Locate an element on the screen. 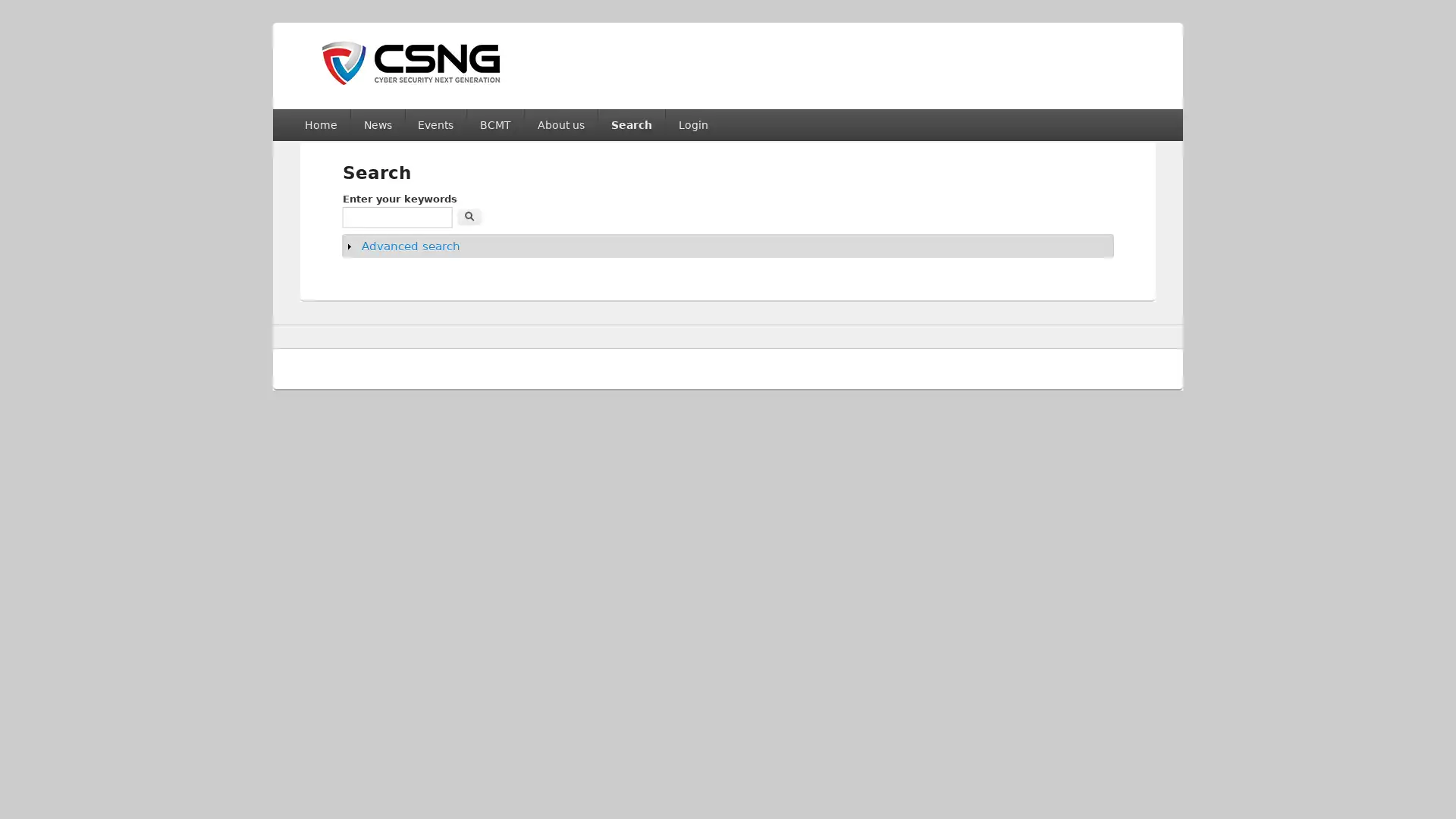 Image resolution: width=1456 pixels, height=819 pixels. Search is located at coordinates (469, 216).